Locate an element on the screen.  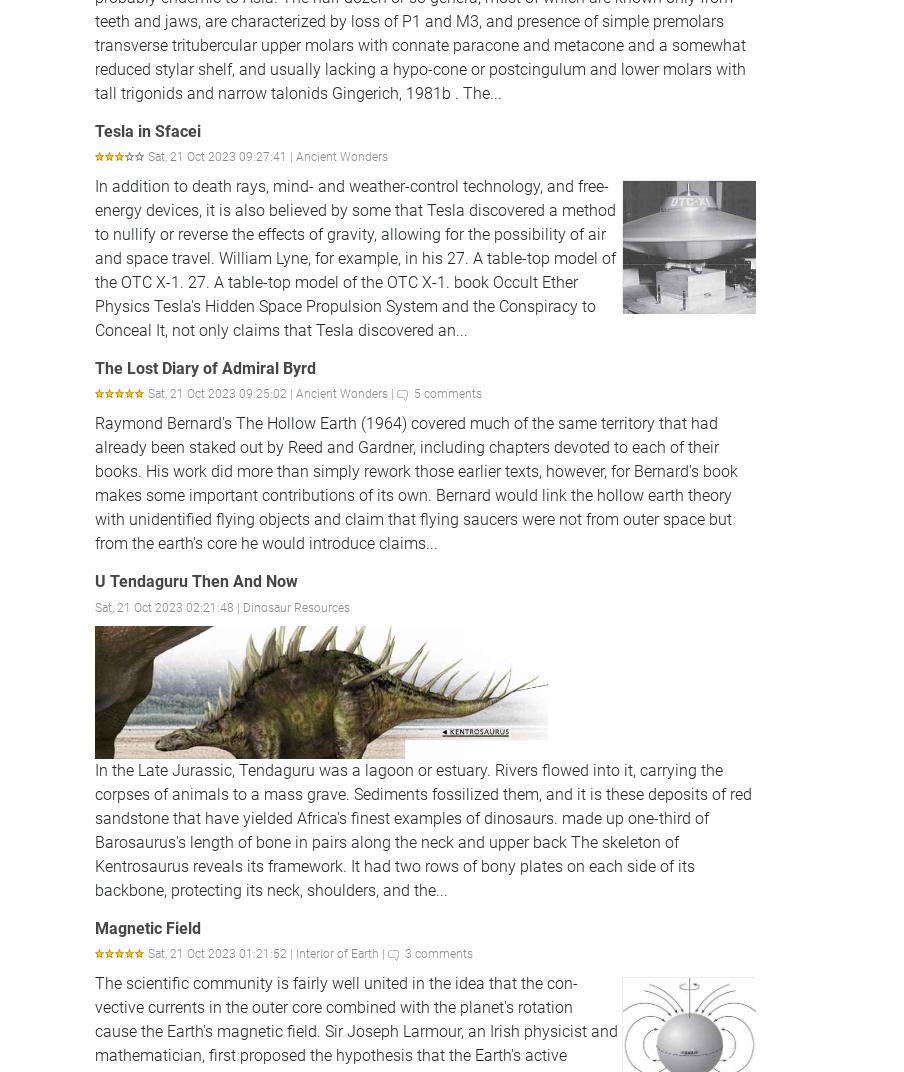
'The Lost Diary of Admiral Byrd' is located at coordinates (95, 368).